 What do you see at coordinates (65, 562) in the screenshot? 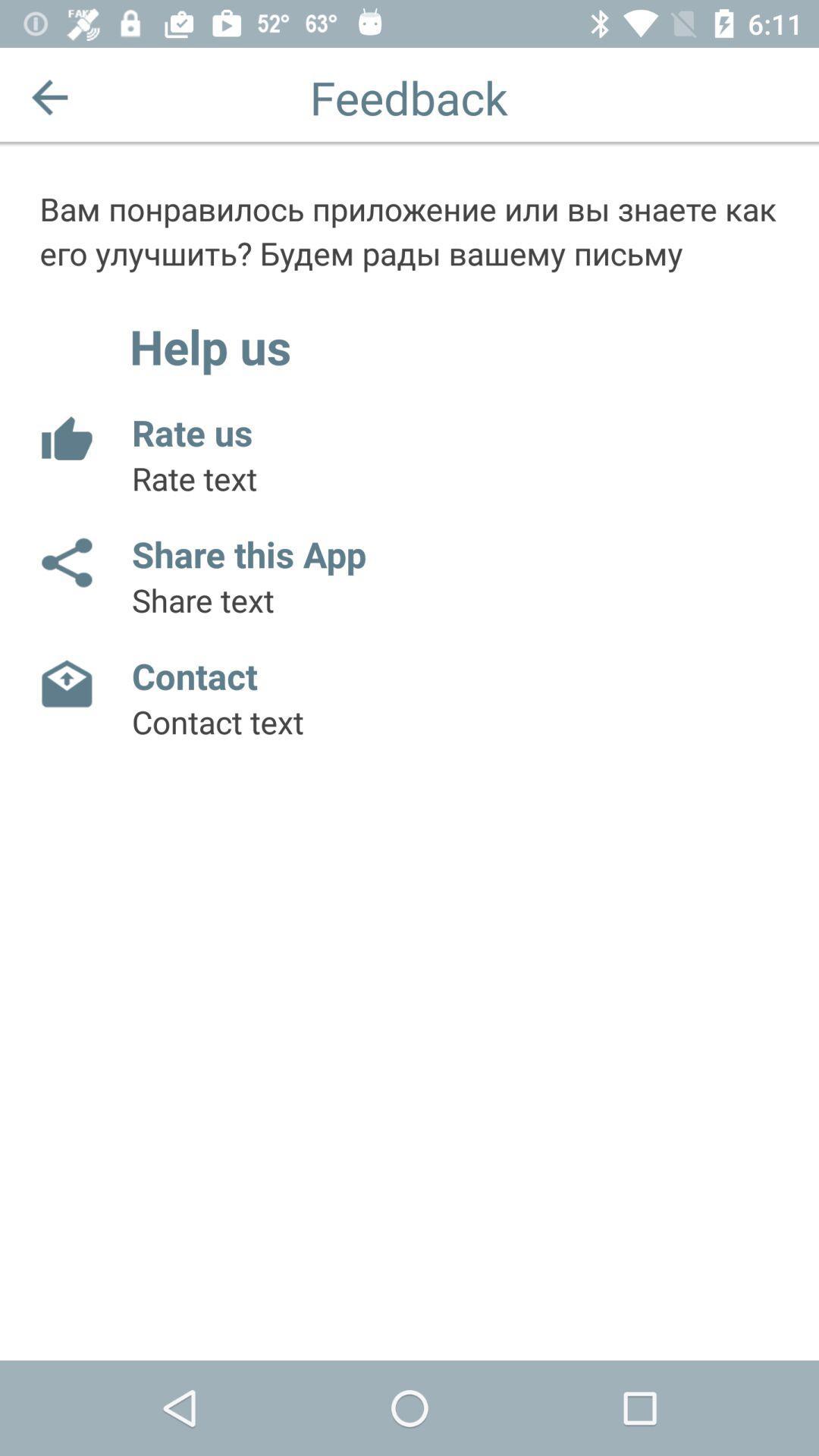
I see `the icon to the left of the share this app icon` at bounding box center [65, 562].